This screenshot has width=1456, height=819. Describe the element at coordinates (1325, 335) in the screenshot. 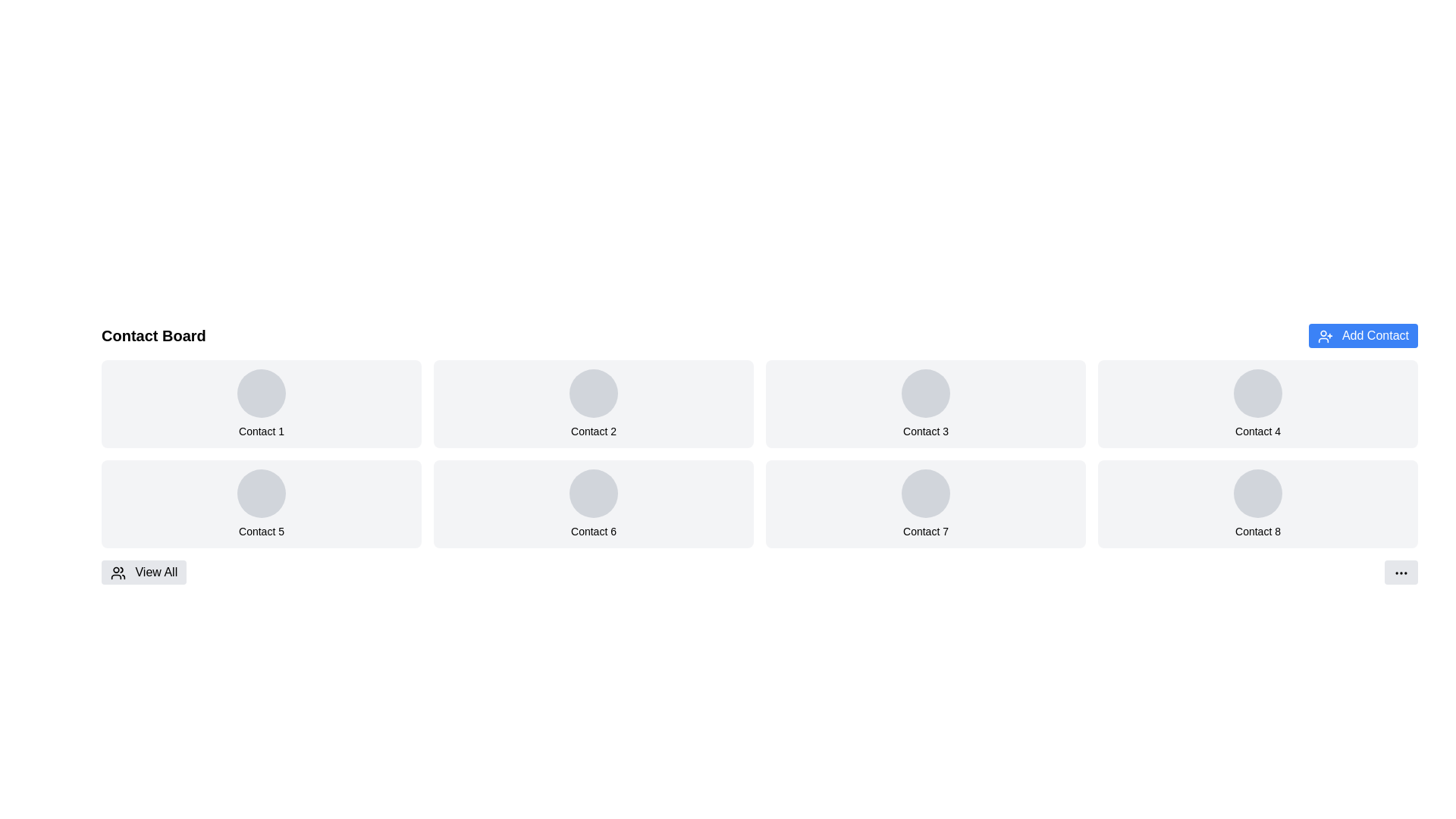

I see `the SVG icon depicting a user with a plus symbol next to it, located within the 'Add Contact' button at the top-right of the interface` at that location.